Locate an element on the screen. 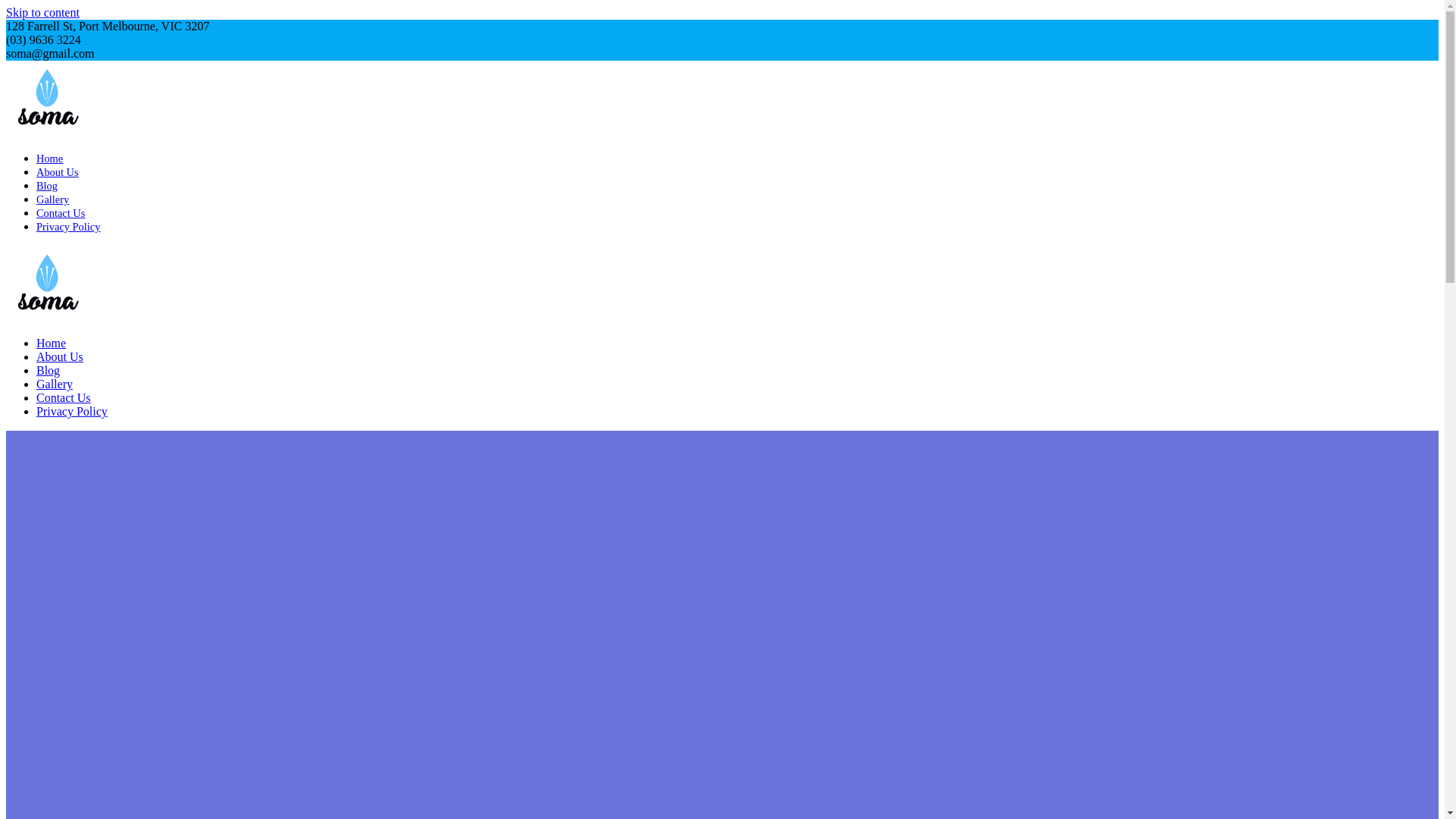 The height and width of the screenshot is (819, 1456). 'Privacy Policy' is located at coordinates (67, 227).